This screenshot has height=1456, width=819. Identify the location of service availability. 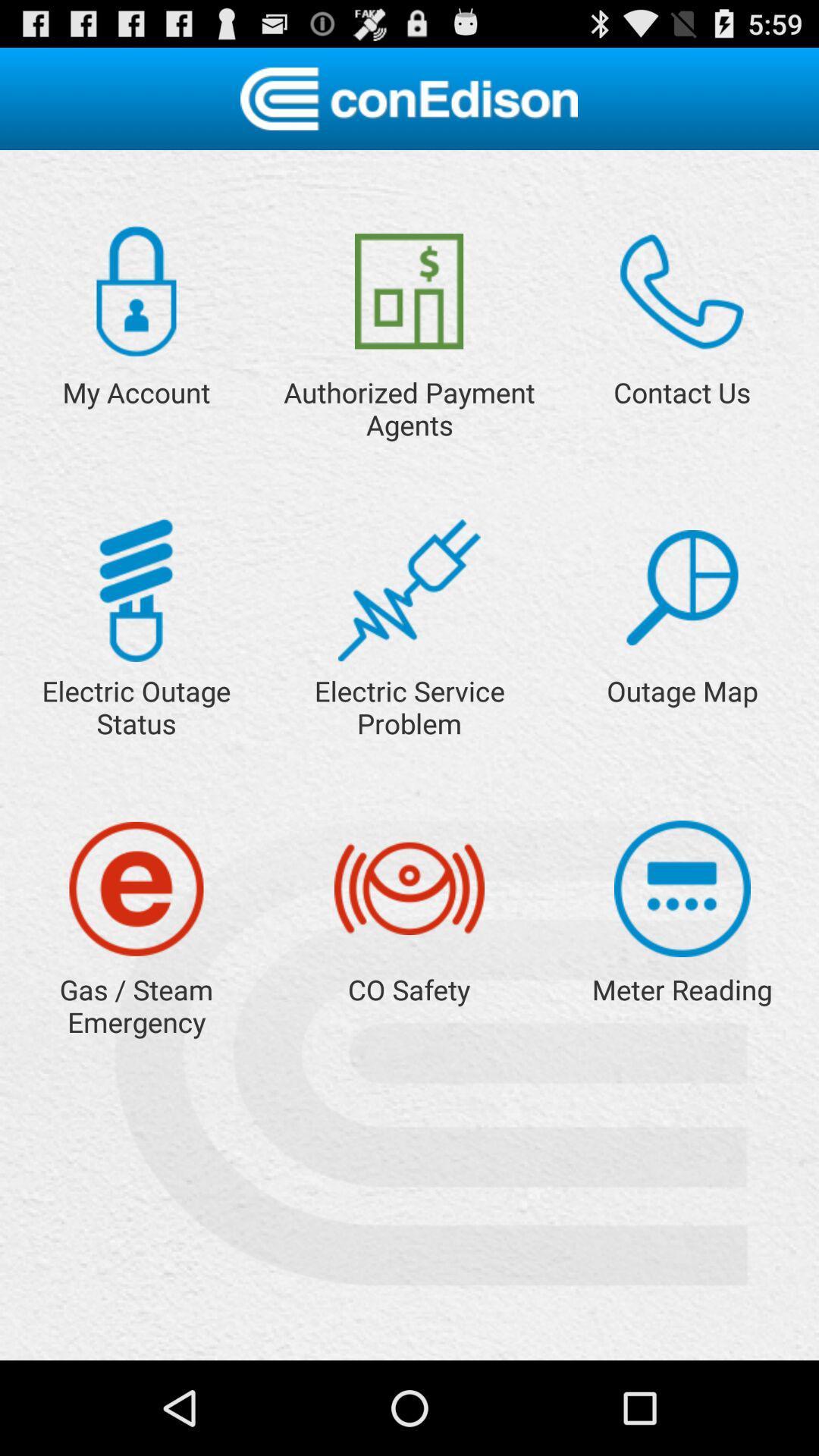
(681, 587).